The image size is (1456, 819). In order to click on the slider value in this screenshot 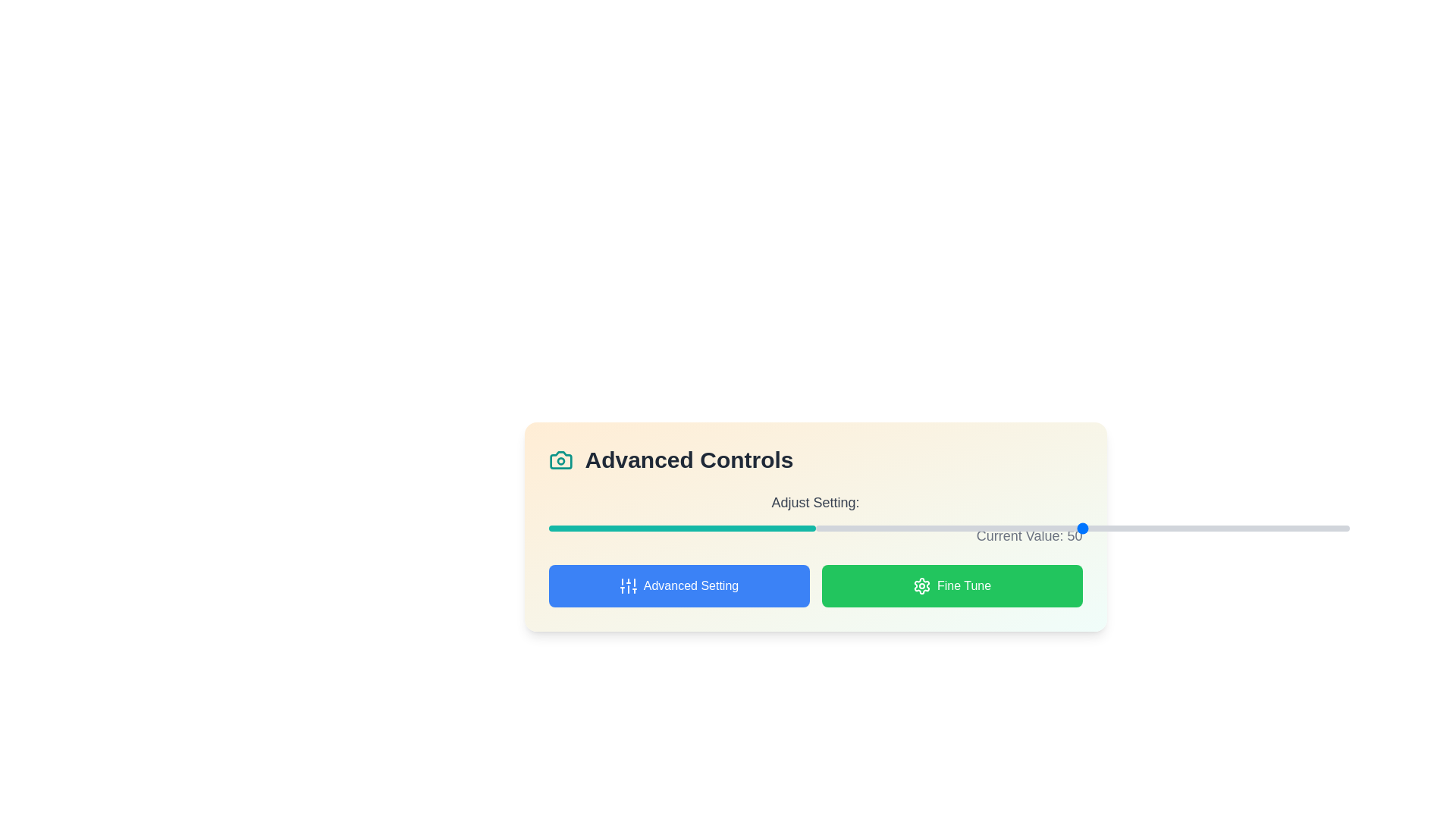, I will do `click(1311, 528)`.